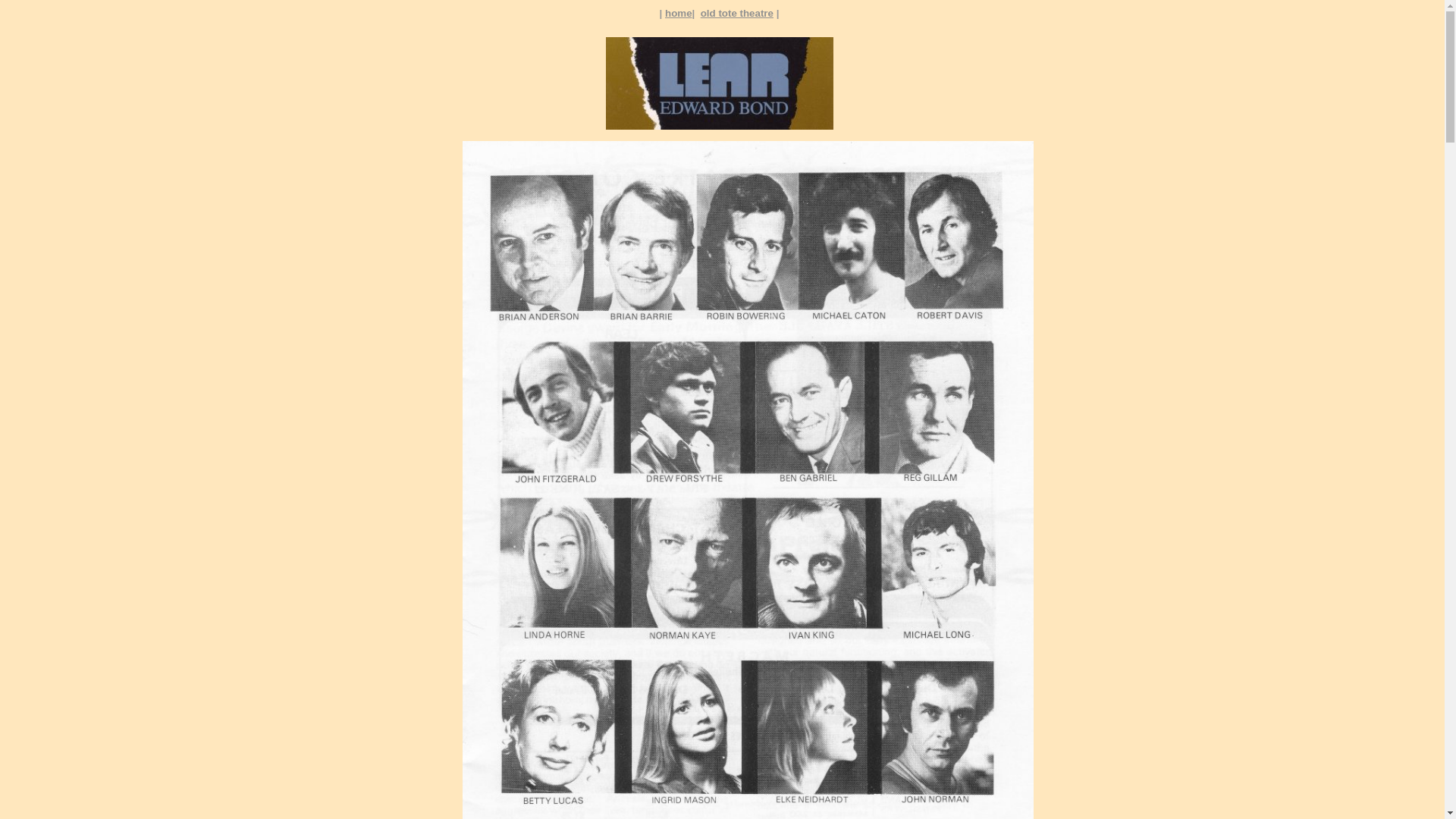 Image resolution: width=1456 pixels, height=819 pixels. I want to click on 'old tote theatre', so click(736, 13).